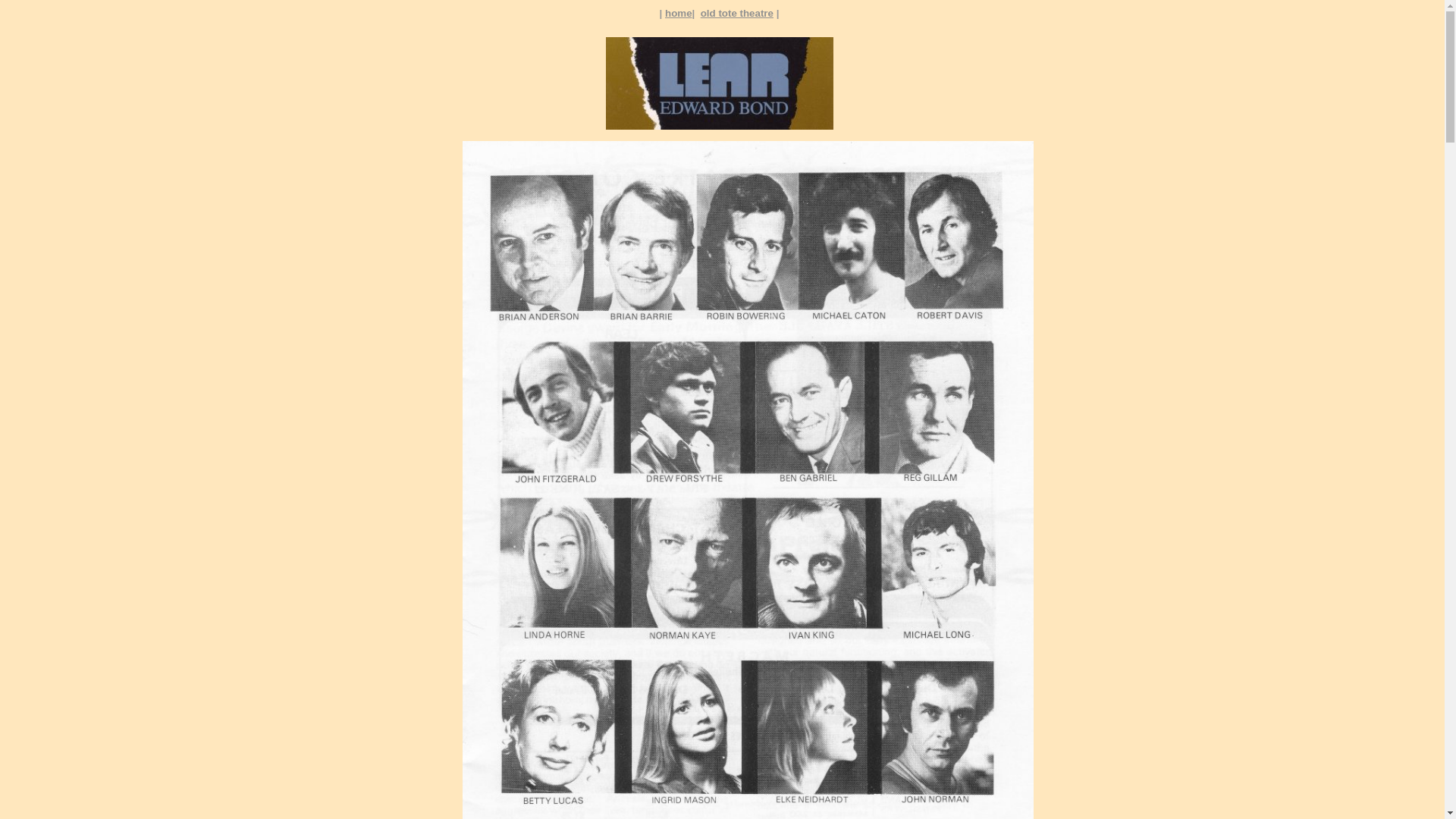 Image resolution: width=1456 pixels, height=819 pixels. I want to click on 'old tote theatre', so click(736, 13).